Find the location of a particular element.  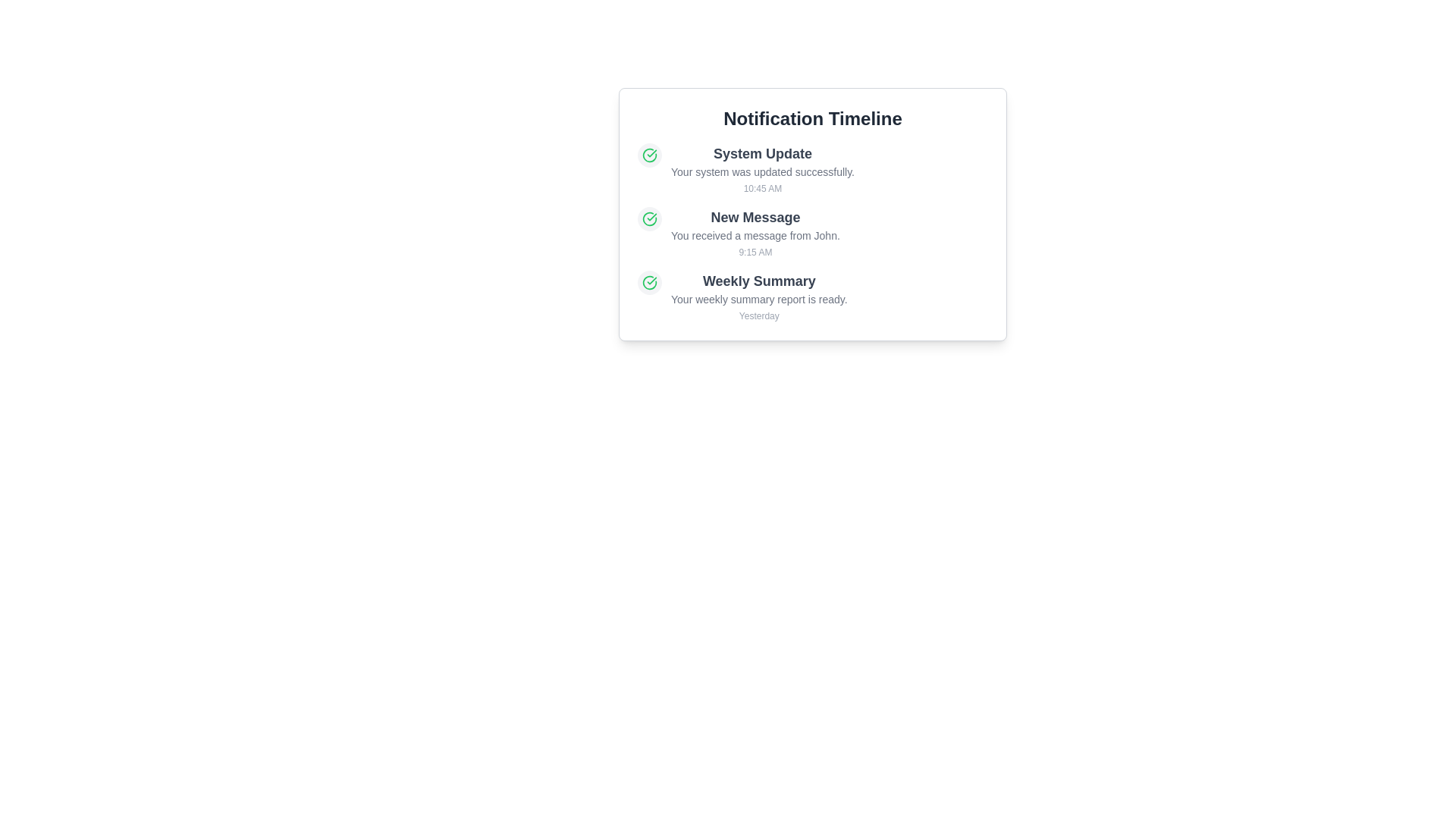

the text block that summarizes weekly activity and indicates events from 'Yesterday', which is the third item in the vertical notification timeline is located at coordinates (759, 296).